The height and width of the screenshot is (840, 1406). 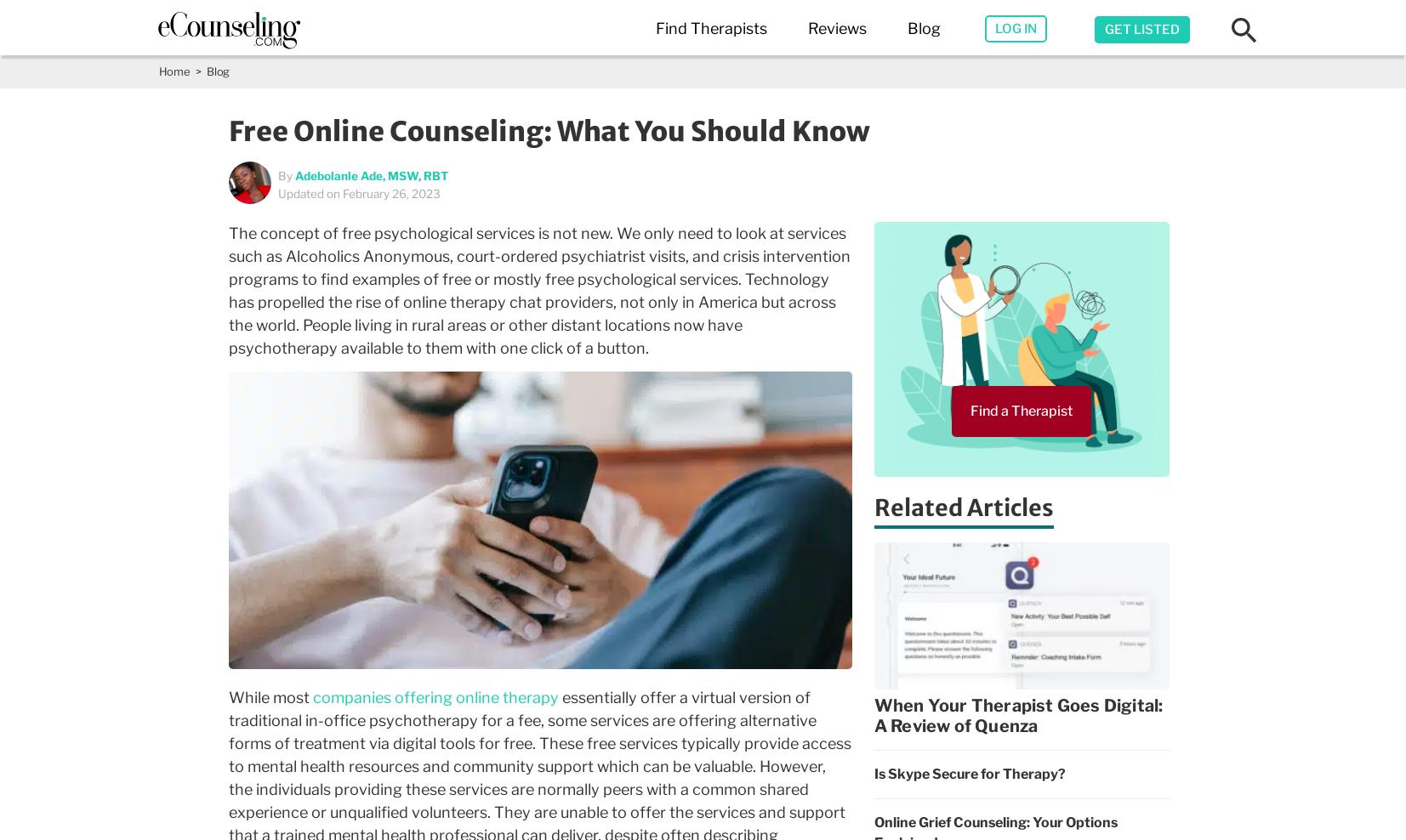 What do you see at coordinates (952, 350) in the screenshot?
I see `'ReGain Counseling Review'` at bounding box center [952, 350].